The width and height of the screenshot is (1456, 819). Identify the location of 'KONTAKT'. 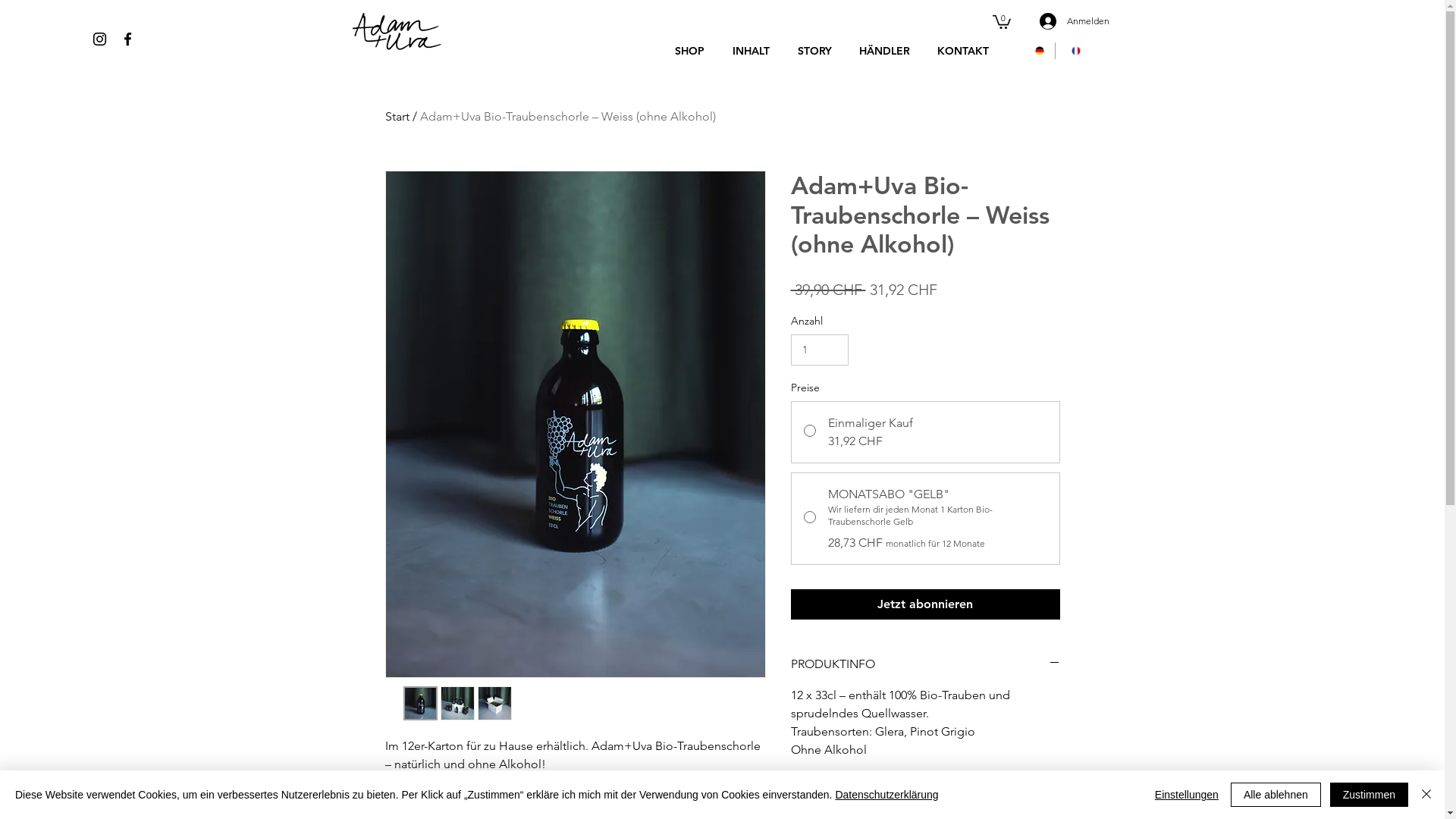
(959, 49).